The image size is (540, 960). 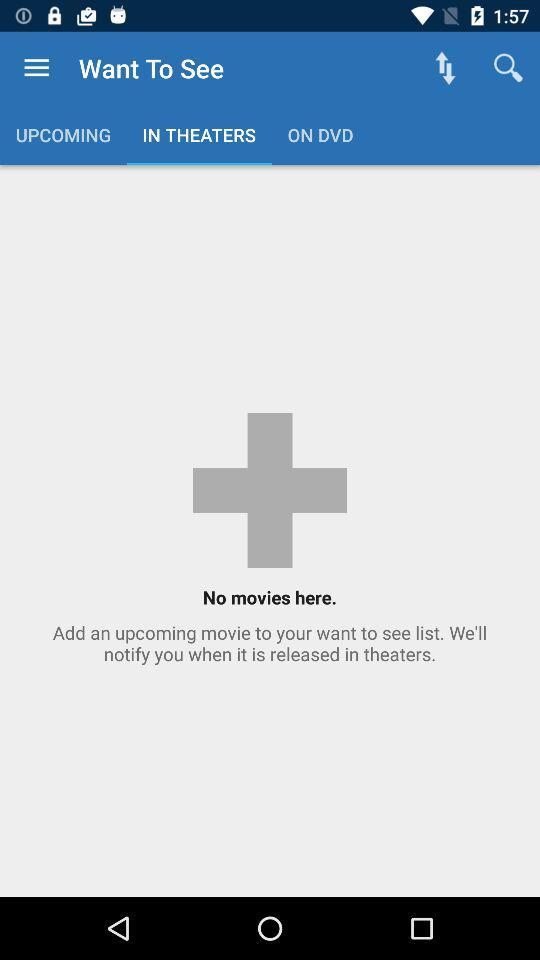 I want to click on the item next to the want to see item, so click(x=36, y=68).